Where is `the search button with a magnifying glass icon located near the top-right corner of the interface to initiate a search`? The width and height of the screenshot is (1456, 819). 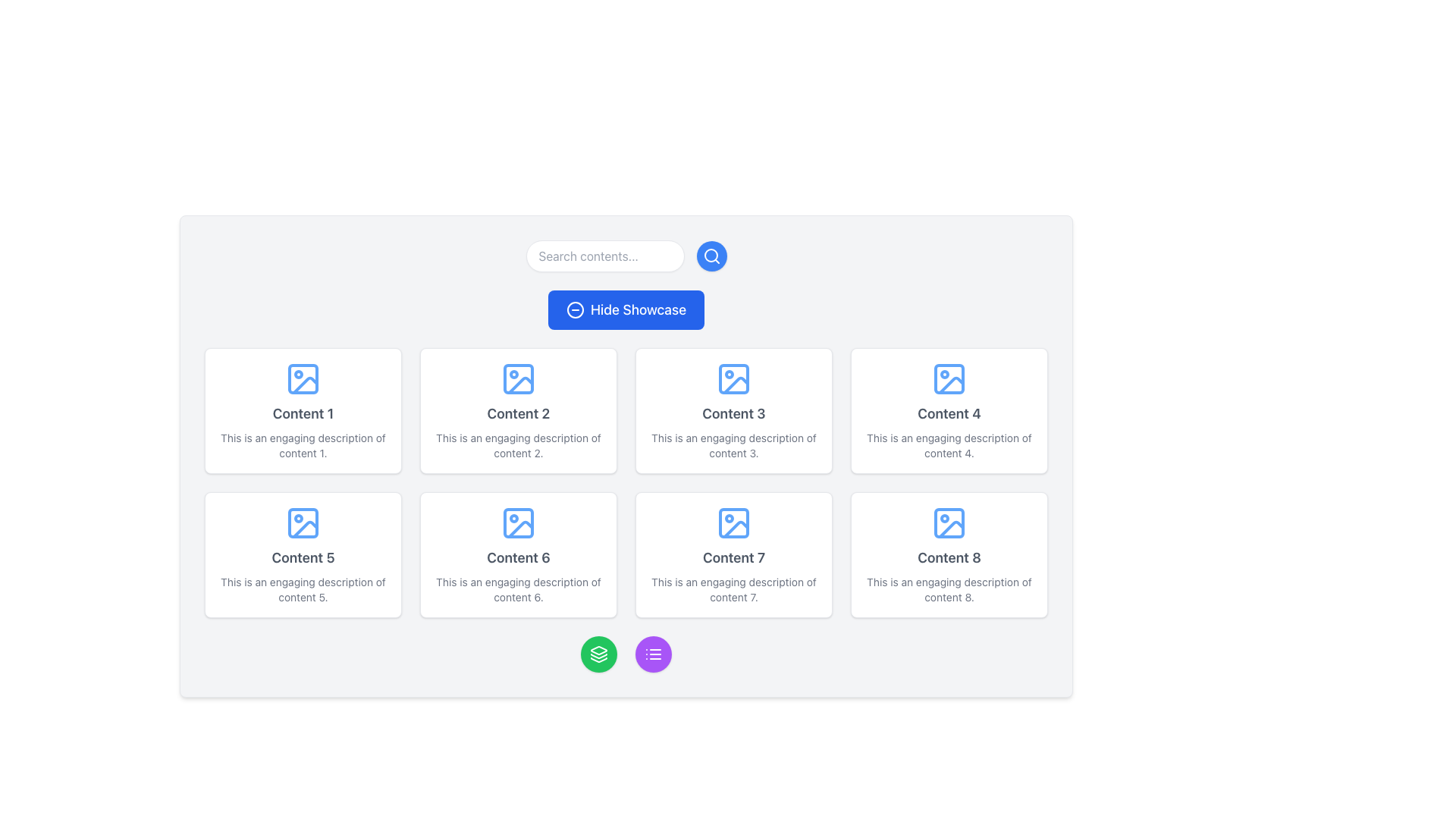 the search button with a magnifying glass icon located near the top-right corner of the interface to initiate a search is located at coordinates (711, 256).